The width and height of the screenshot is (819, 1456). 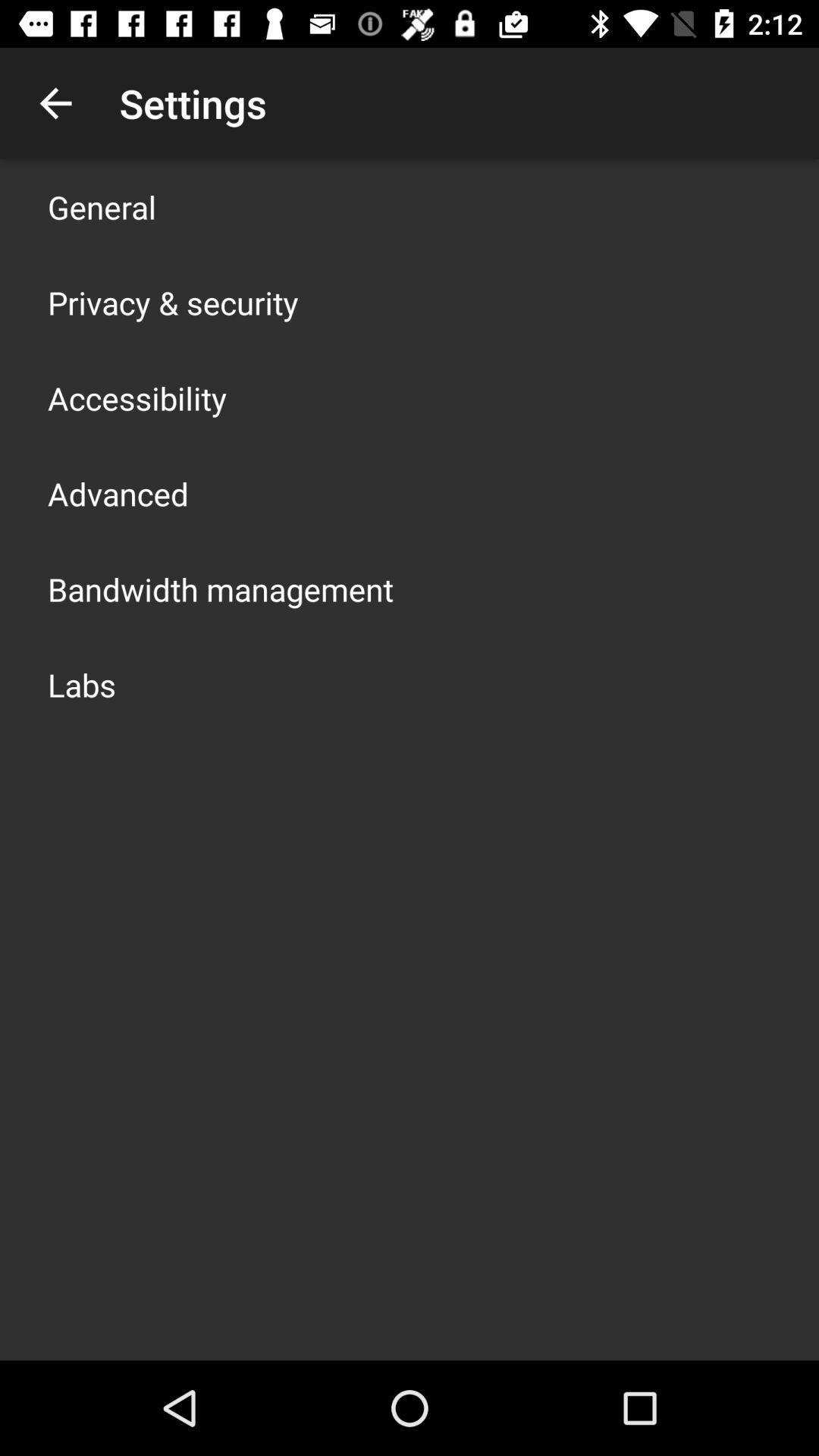 What do you see at coordinates (172, 302) in the screenshot?
I see `the app above accessibility icon` at bounding box center [172, 302].